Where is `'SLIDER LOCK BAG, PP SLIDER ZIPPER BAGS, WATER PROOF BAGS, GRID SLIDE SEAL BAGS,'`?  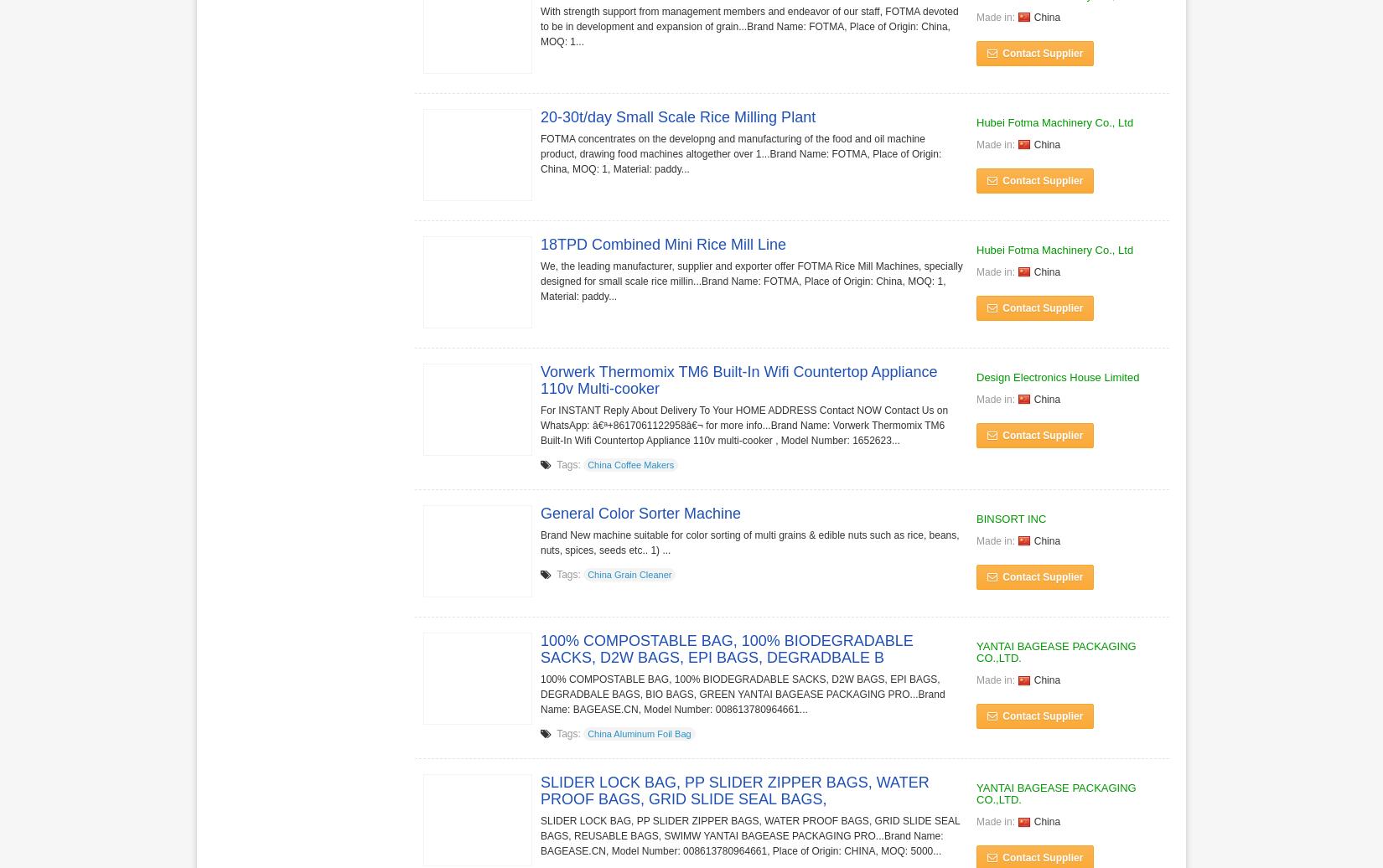 'SLIDER LOCK BAG, PP SLIDER ZIPPER BAGS, WATER PROOF BAGS, GRID SLIDE SEAL BAGS,' is located at coordinates (539, 789).